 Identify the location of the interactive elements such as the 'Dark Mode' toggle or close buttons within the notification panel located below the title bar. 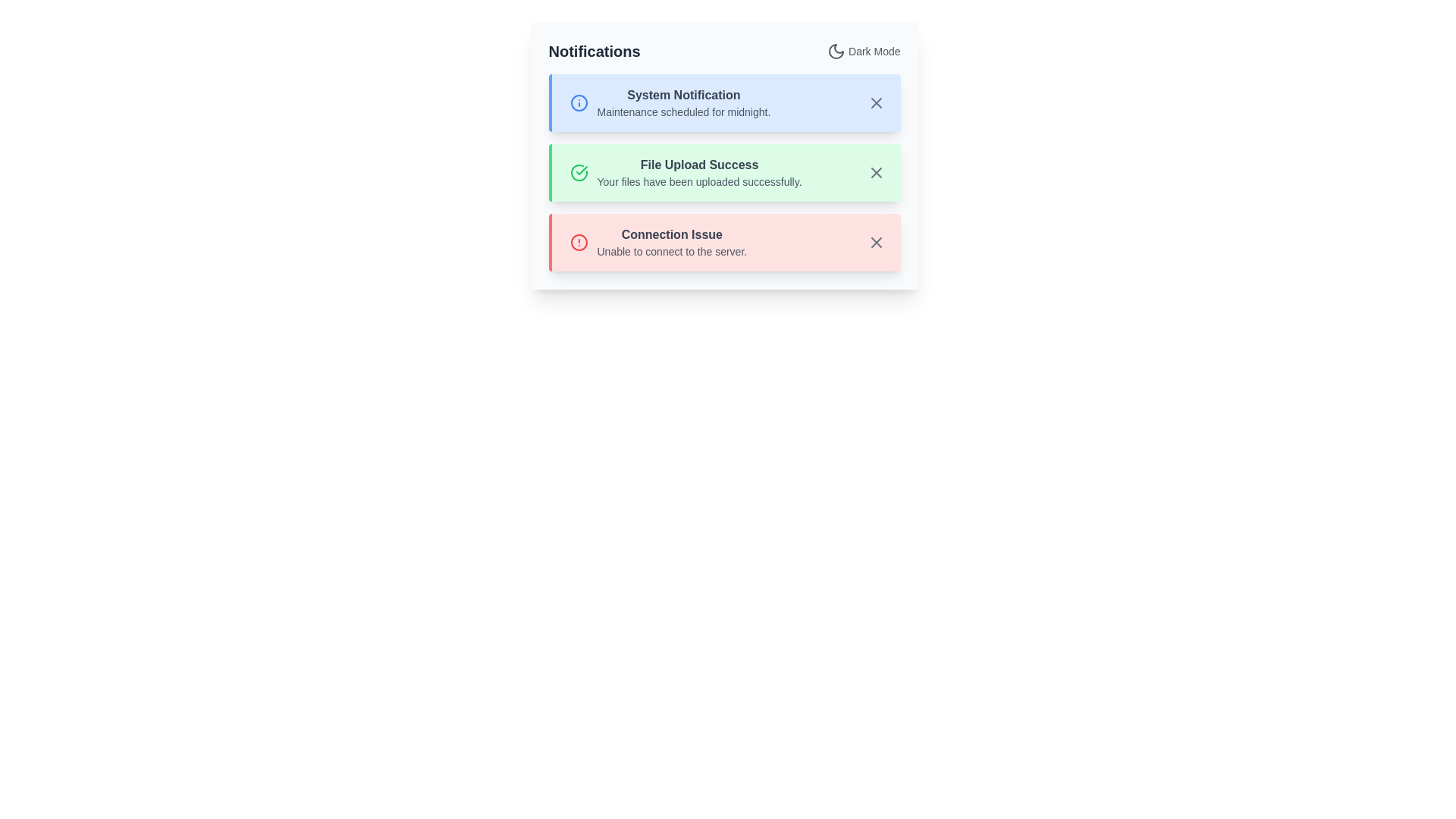
(723, 155).